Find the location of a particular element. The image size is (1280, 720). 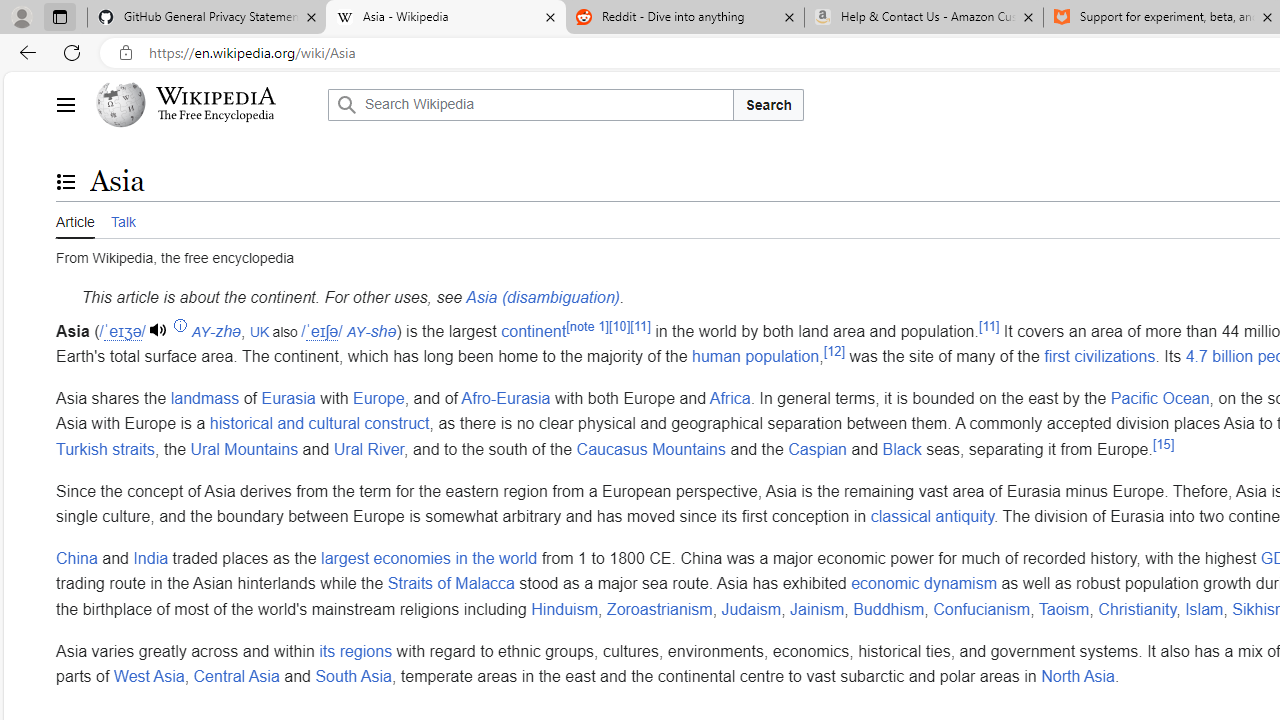

'Zoroastrianism' is located at coordinates (659, 607).